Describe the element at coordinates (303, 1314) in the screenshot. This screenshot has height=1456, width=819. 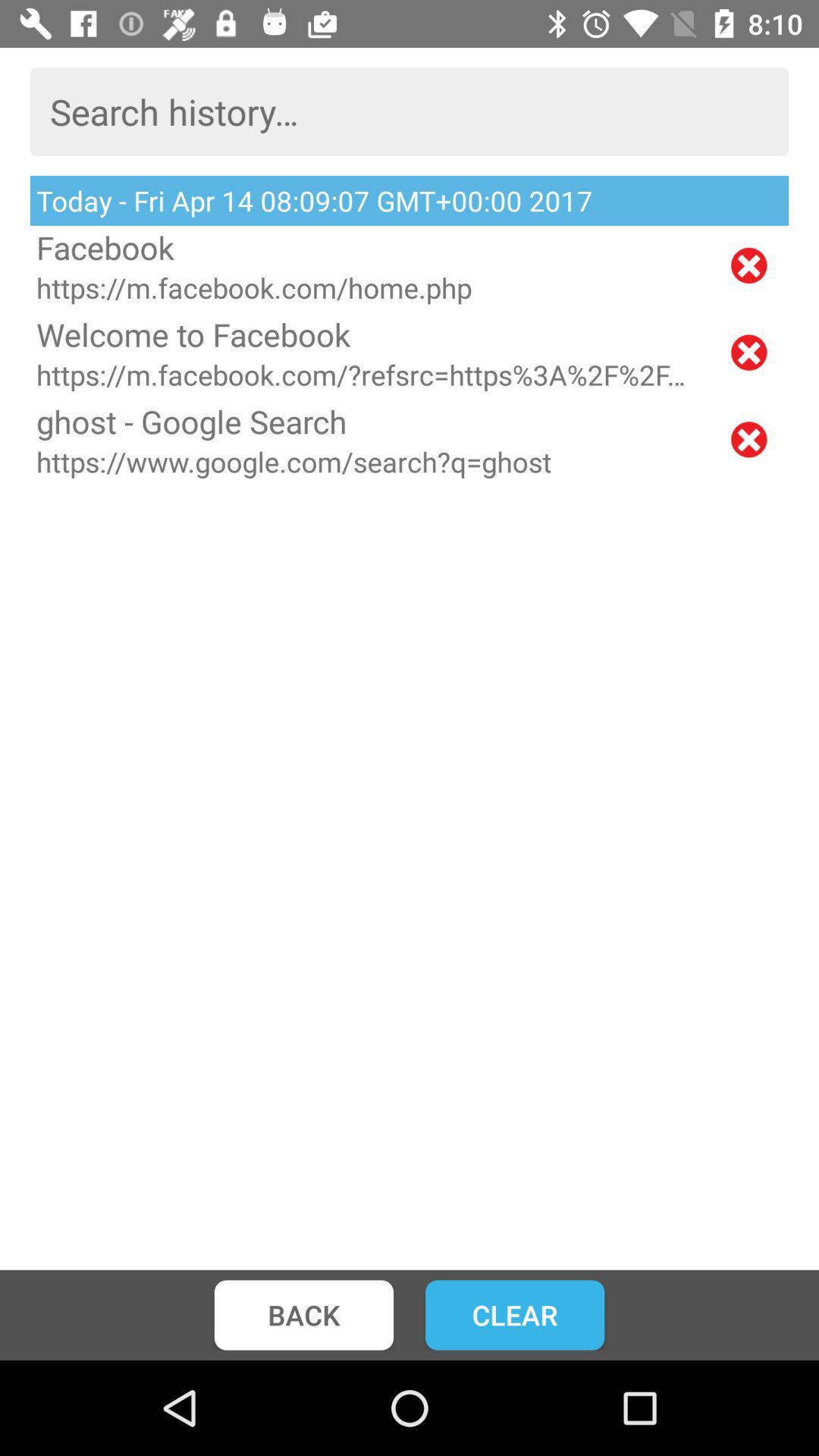
I see `item below the https www google icon` at that location.